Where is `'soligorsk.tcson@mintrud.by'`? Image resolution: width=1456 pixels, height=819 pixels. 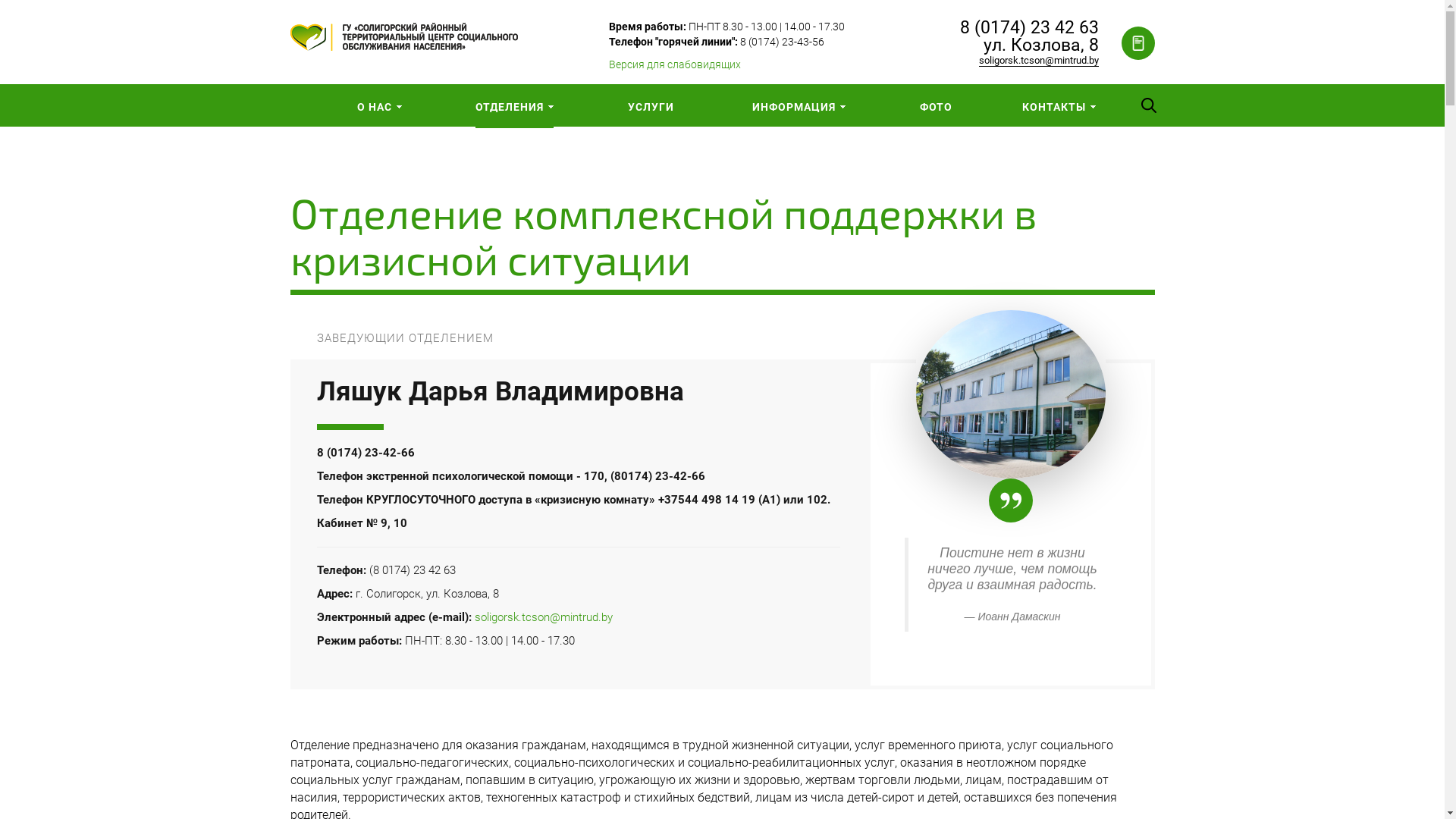
'soligorsk.tcson@mintrud.by' is located at coordinates (543, 617).